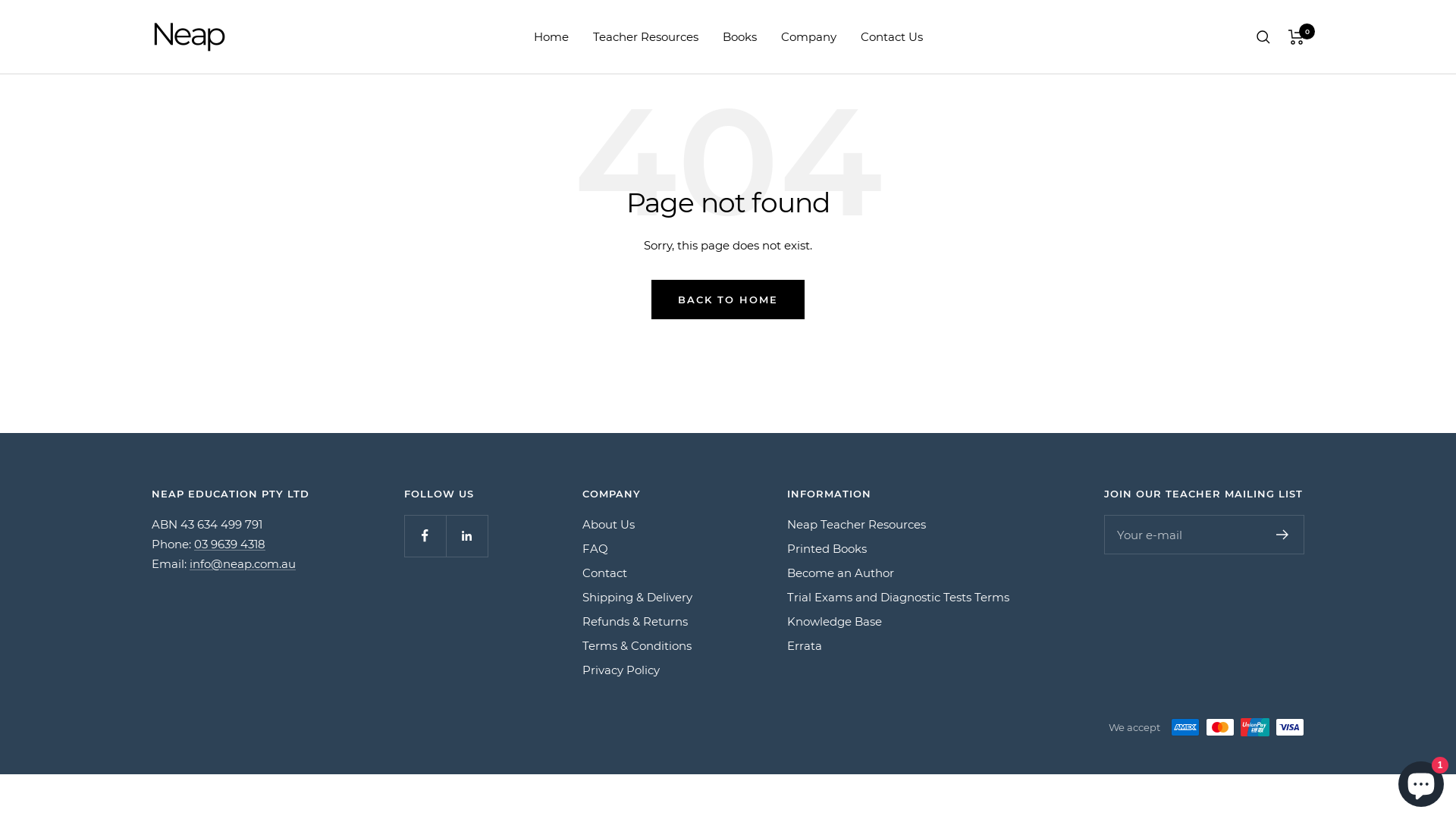 This screenshot has height=819, width=1456. Describe the element at coordinates (826, 549) in the screenshot. I see `'Printed Books'` at that location.